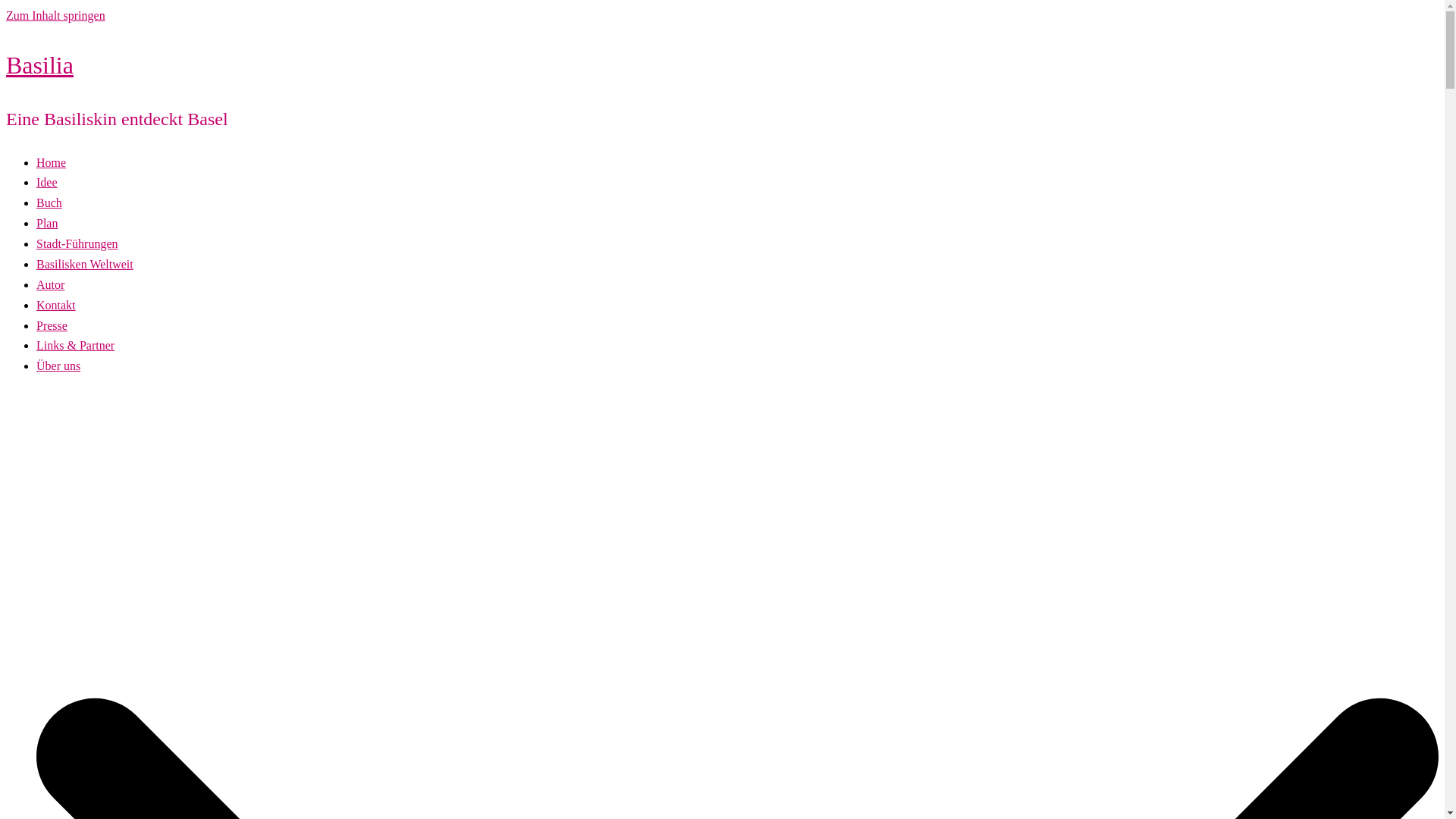 Image resolution: width=1456 pixels, height=819 pixels. Describe the element at coordinates (36, 202) in the screenshot. I see `'Buch'` at that location.